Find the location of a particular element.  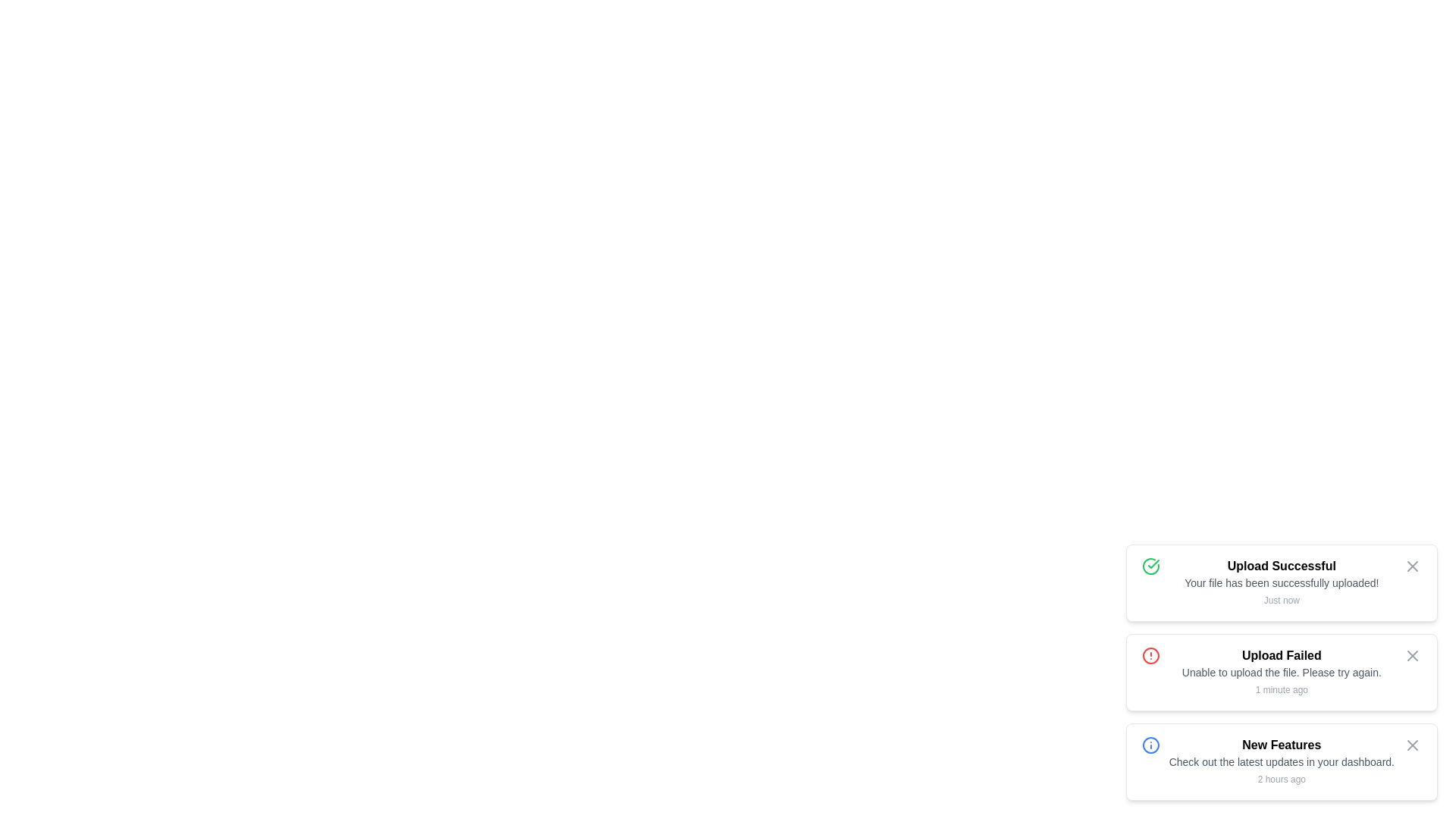

the 'X' button to dismiss the notification is located at coordinates (1411, 566).